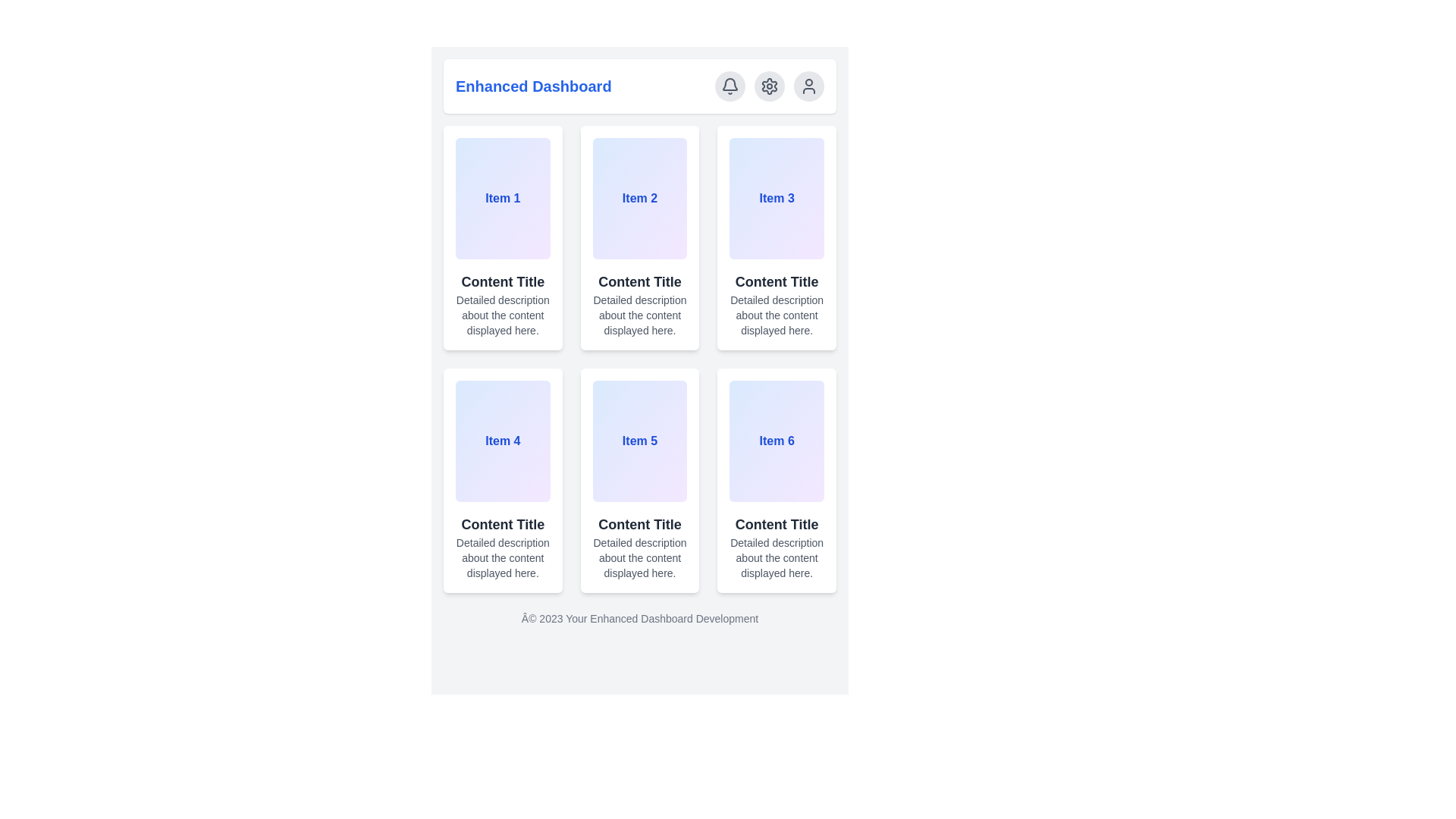 The image size is (1456, 819). Describe the element at coordinates (503, 281) in the screenshot. I see `text label positioned centrally in the top-left card of the grid layout, located below the title 'Item 1' and above the descriptive paragraph` at that location.